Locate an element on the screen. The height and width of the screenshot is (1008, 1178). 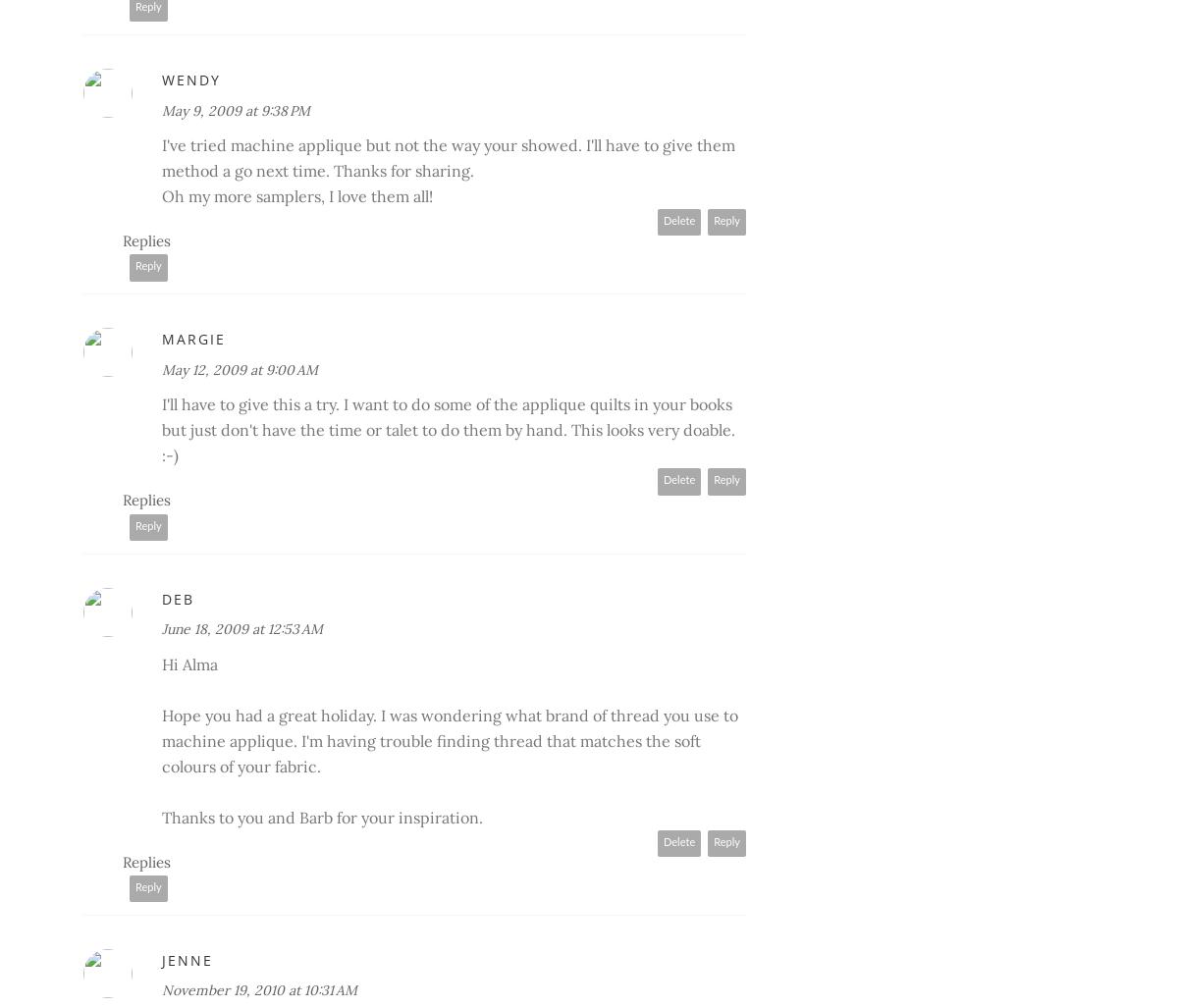
'Thanks to you and Barb for your inspiration.' is located at coordinates (322, 816).